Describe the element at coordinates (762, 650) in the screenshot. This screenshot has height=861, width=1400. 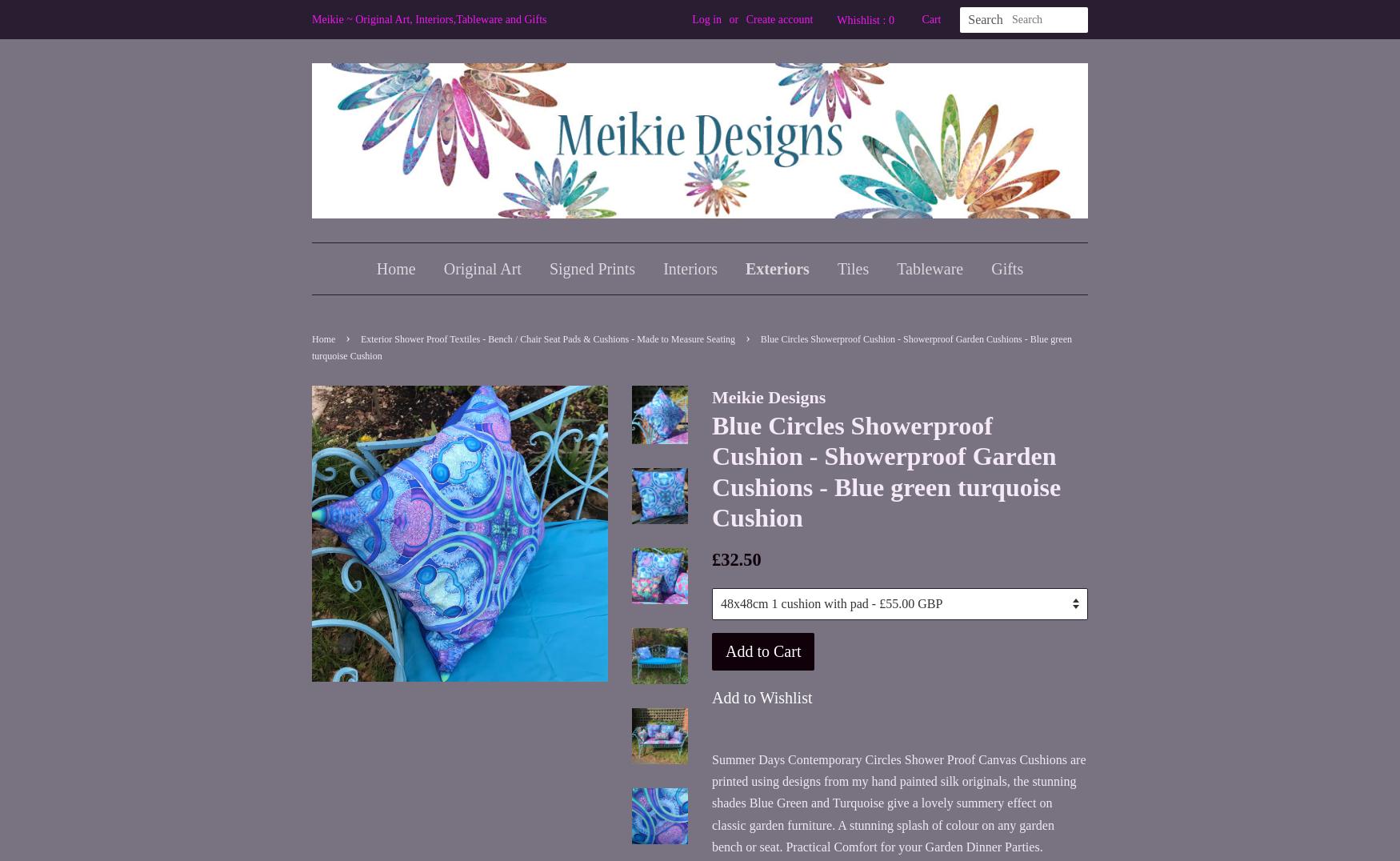
I see `'Add to Cart'` at that location.